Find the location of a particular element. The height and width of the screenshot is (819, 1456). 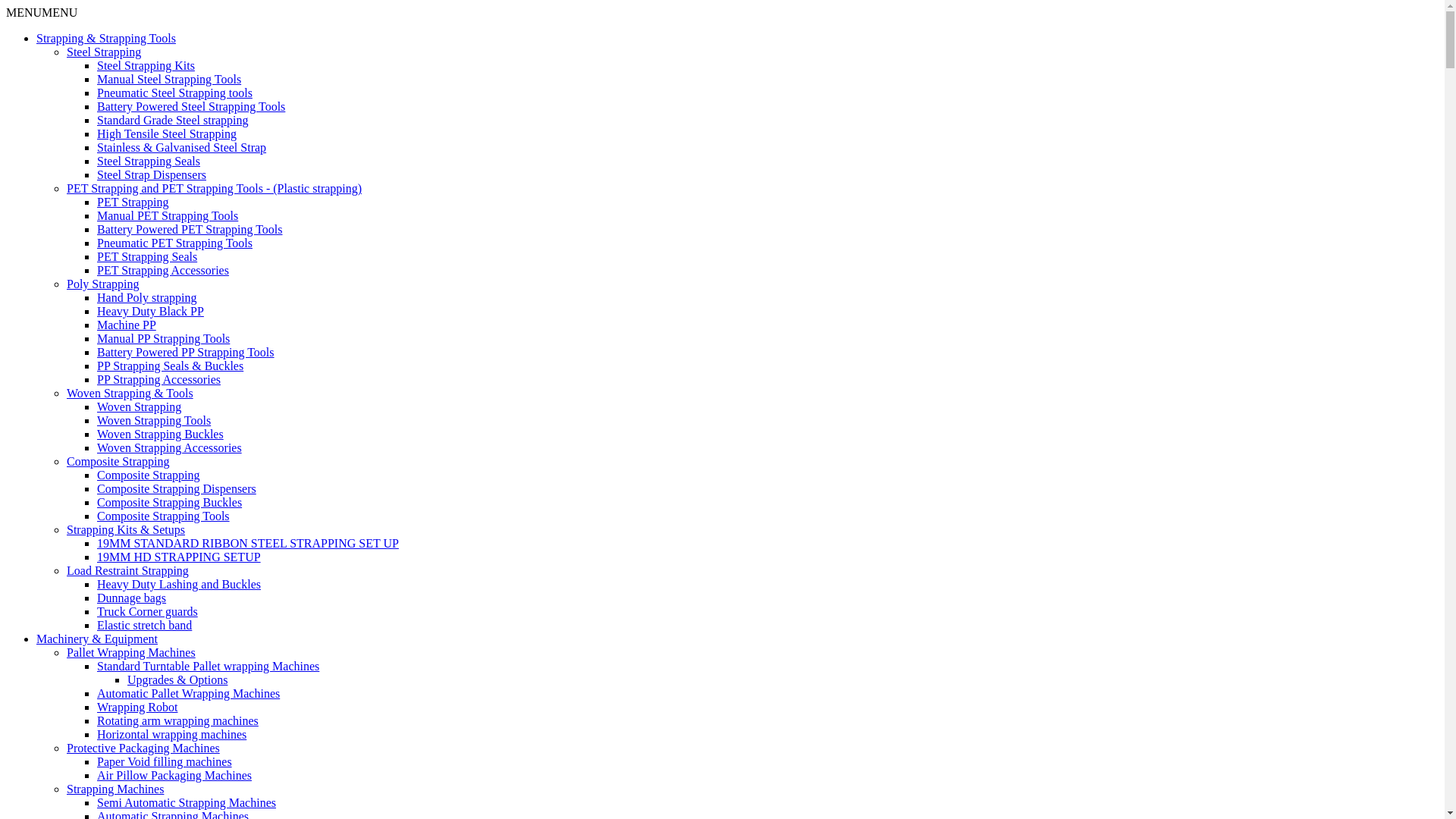

'Upgrades & Options' is located at coordinates (177, 679).